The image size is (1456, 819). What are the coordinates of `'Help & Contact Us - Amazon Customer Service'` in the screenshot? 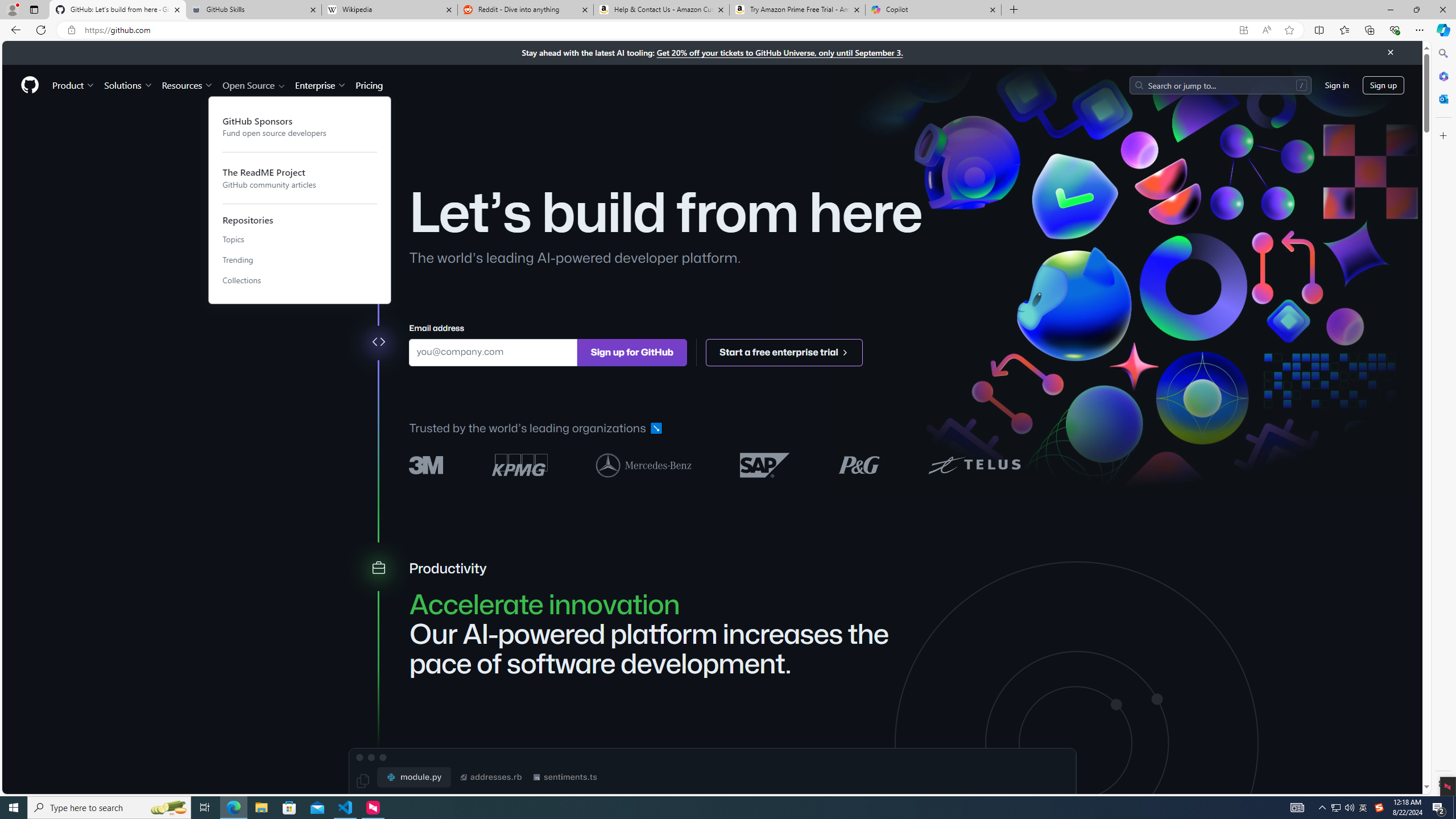 It's located at (660, 9).